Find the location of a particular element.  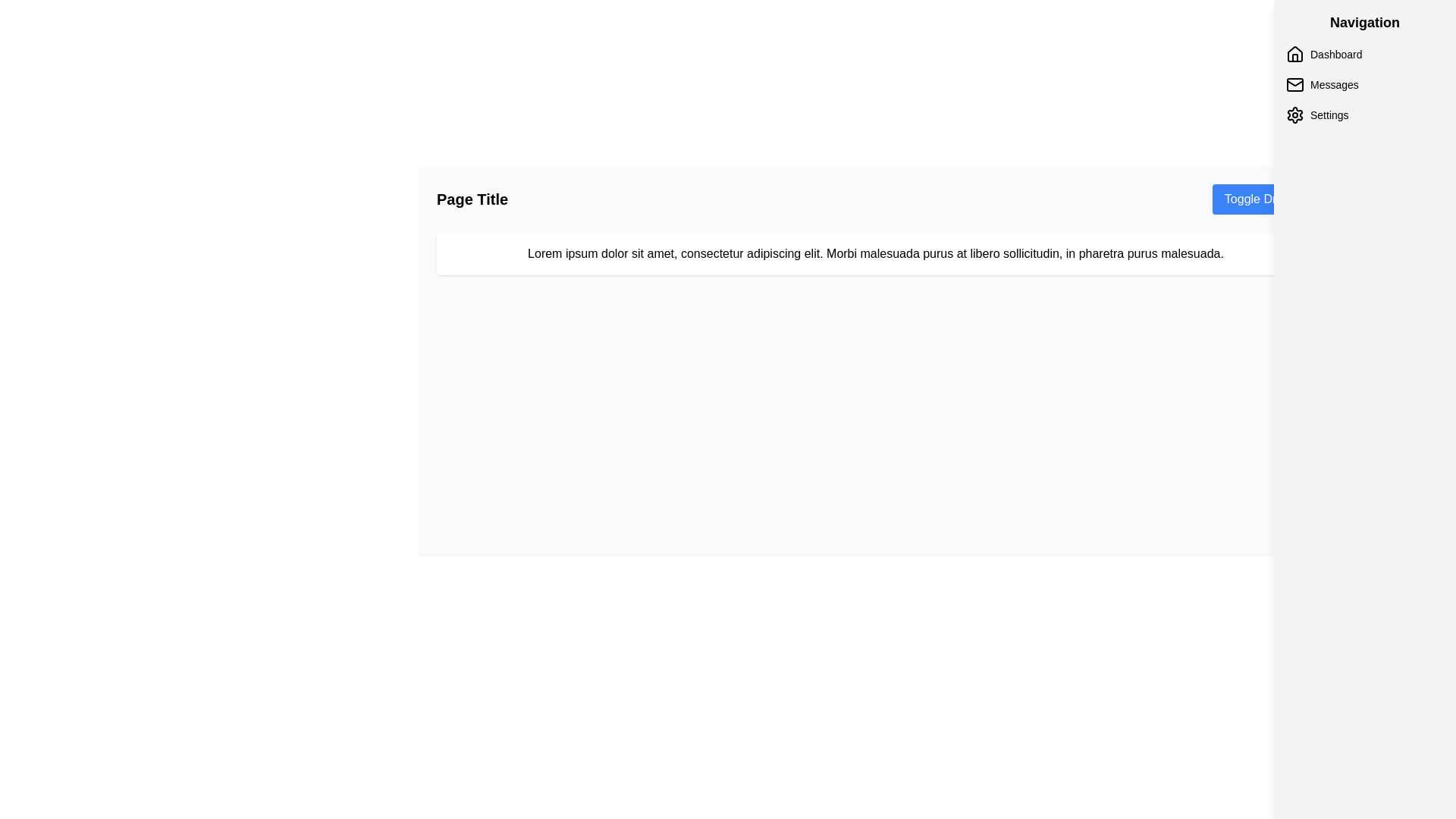

the static text label at the top of the sidebar menu, which indicates the purpose of the navigation panel is located at coordinates (1365, 23).